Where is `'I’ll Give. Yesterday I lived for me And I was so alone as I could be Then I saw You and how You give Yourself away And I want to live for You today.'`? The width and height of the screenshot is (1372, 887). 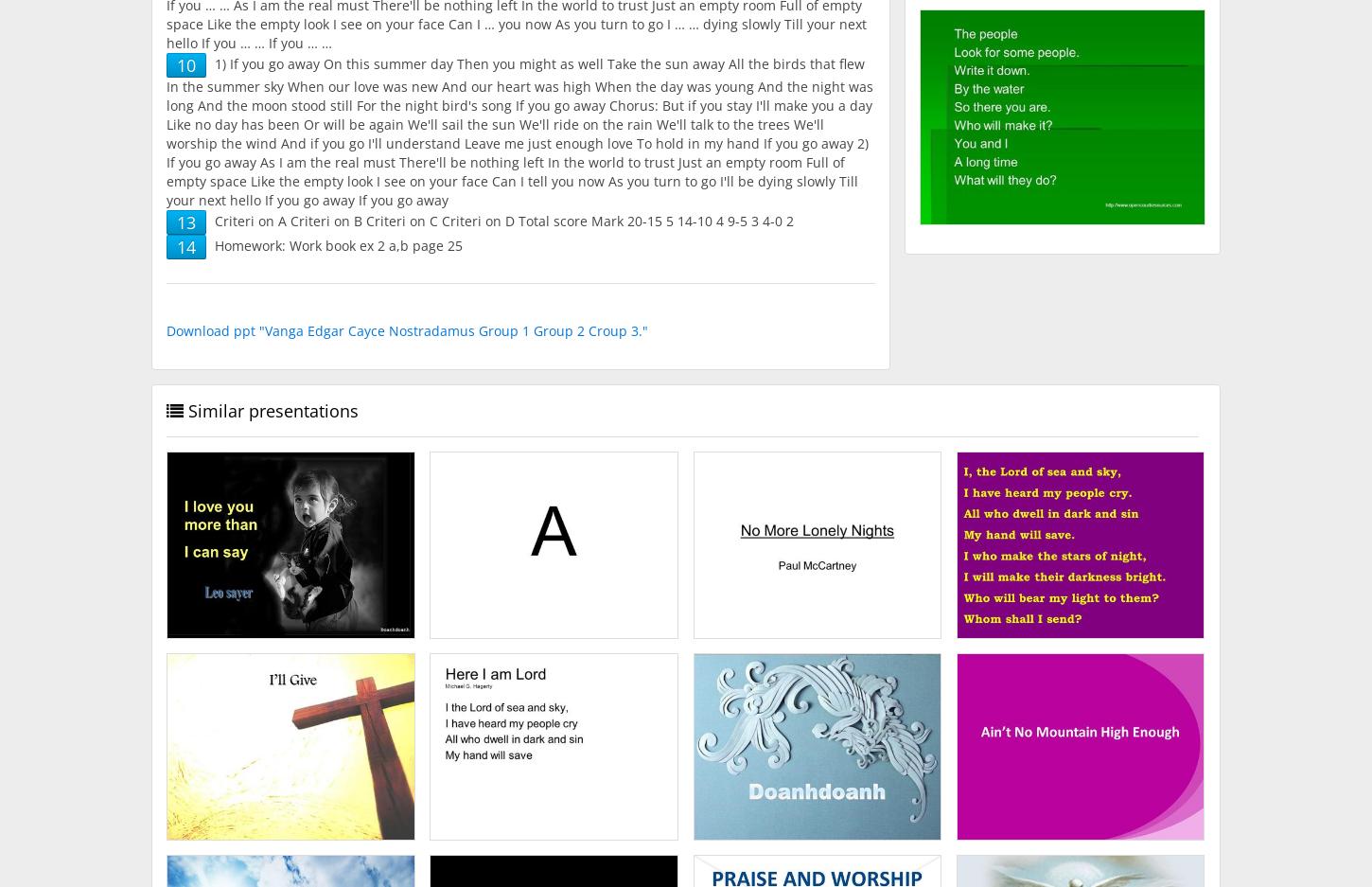 'I’ll Give. Yesterday I lived for me And I was so alone as I could be Then I saw You and how You give Yourself away And I want to live for You today.' is located at coordinates (290, 750).